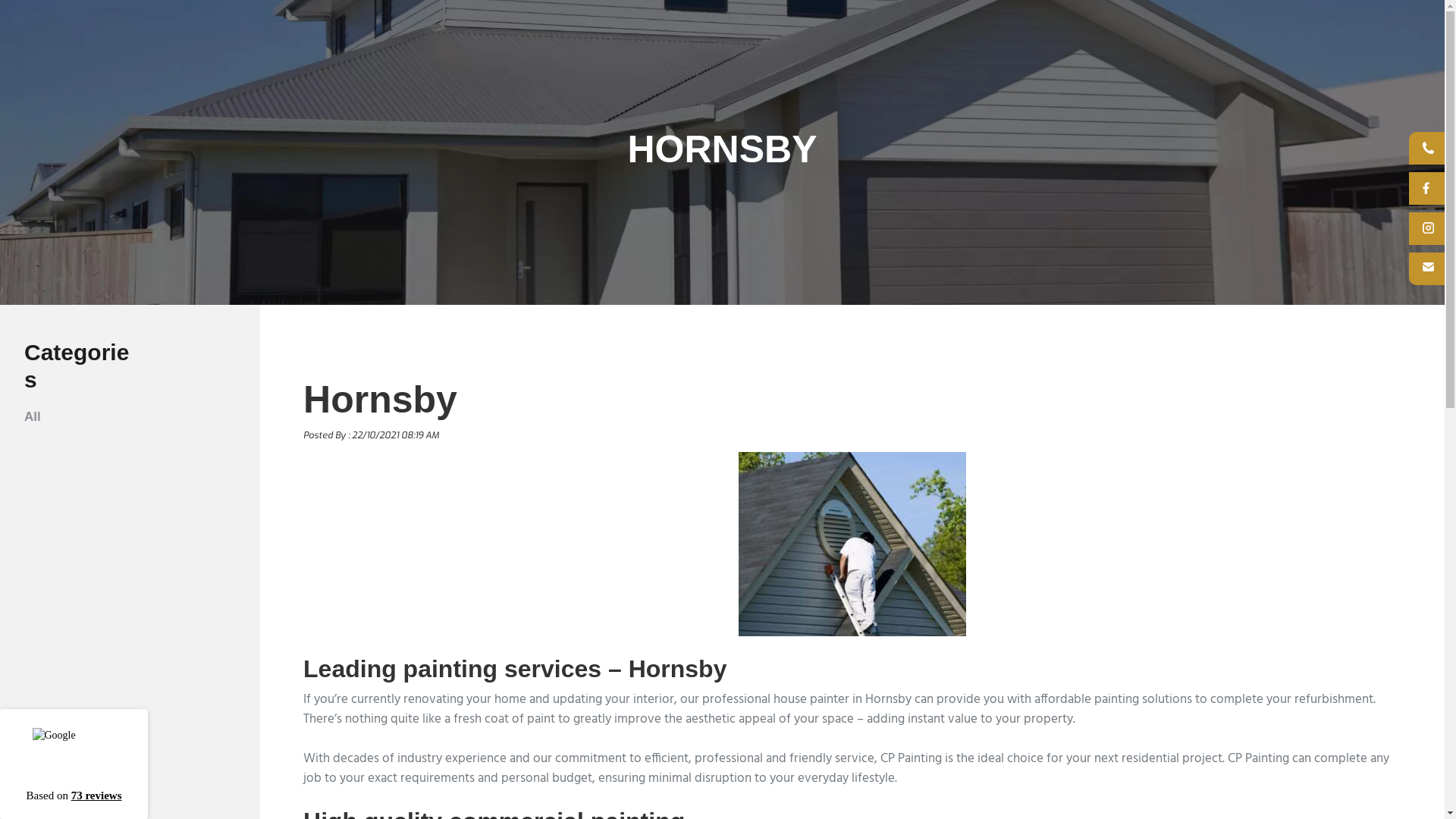  I want to click on 'All', so click(33, 416).